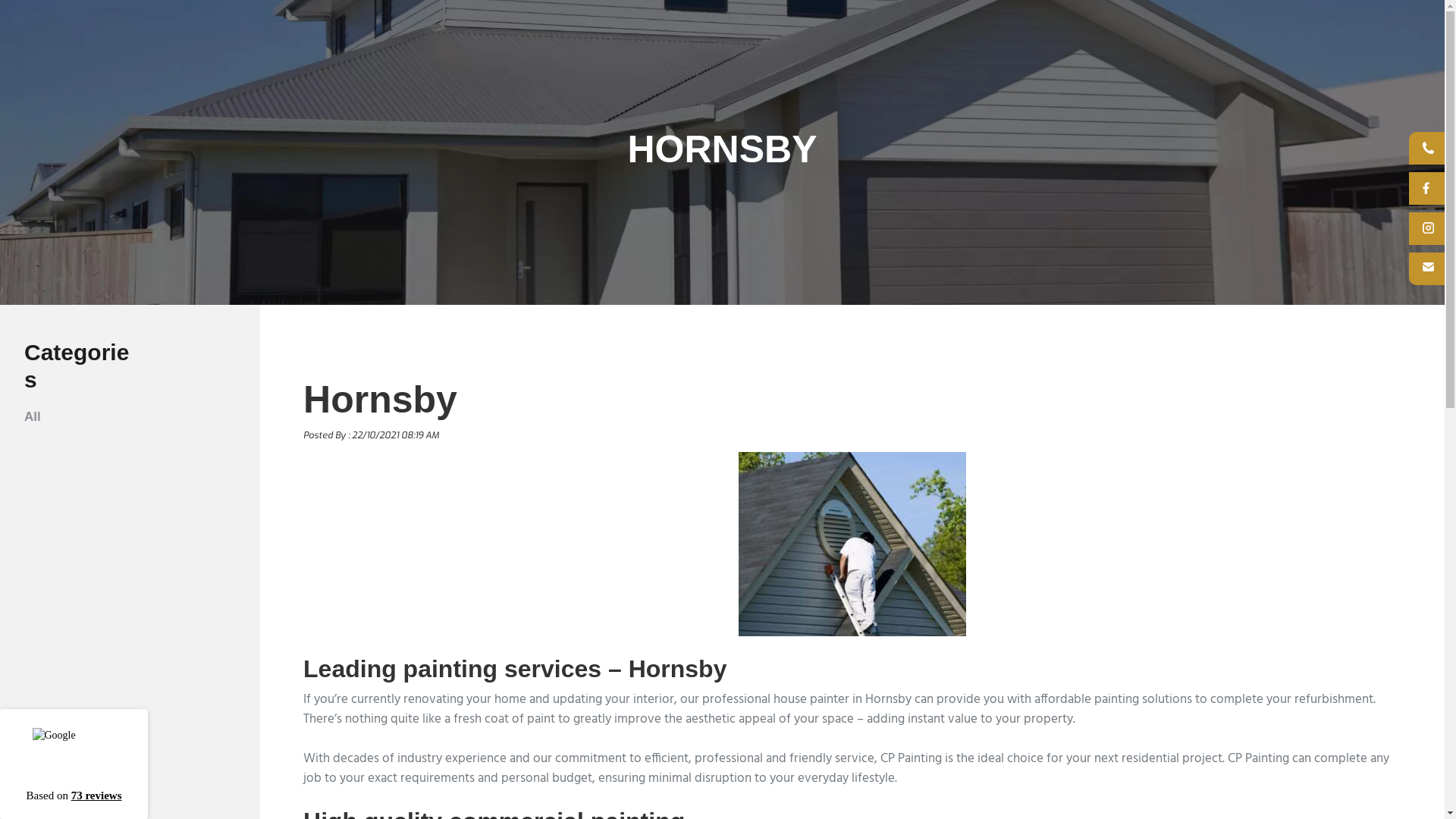  I want to click on 'All', so click(33, 416).